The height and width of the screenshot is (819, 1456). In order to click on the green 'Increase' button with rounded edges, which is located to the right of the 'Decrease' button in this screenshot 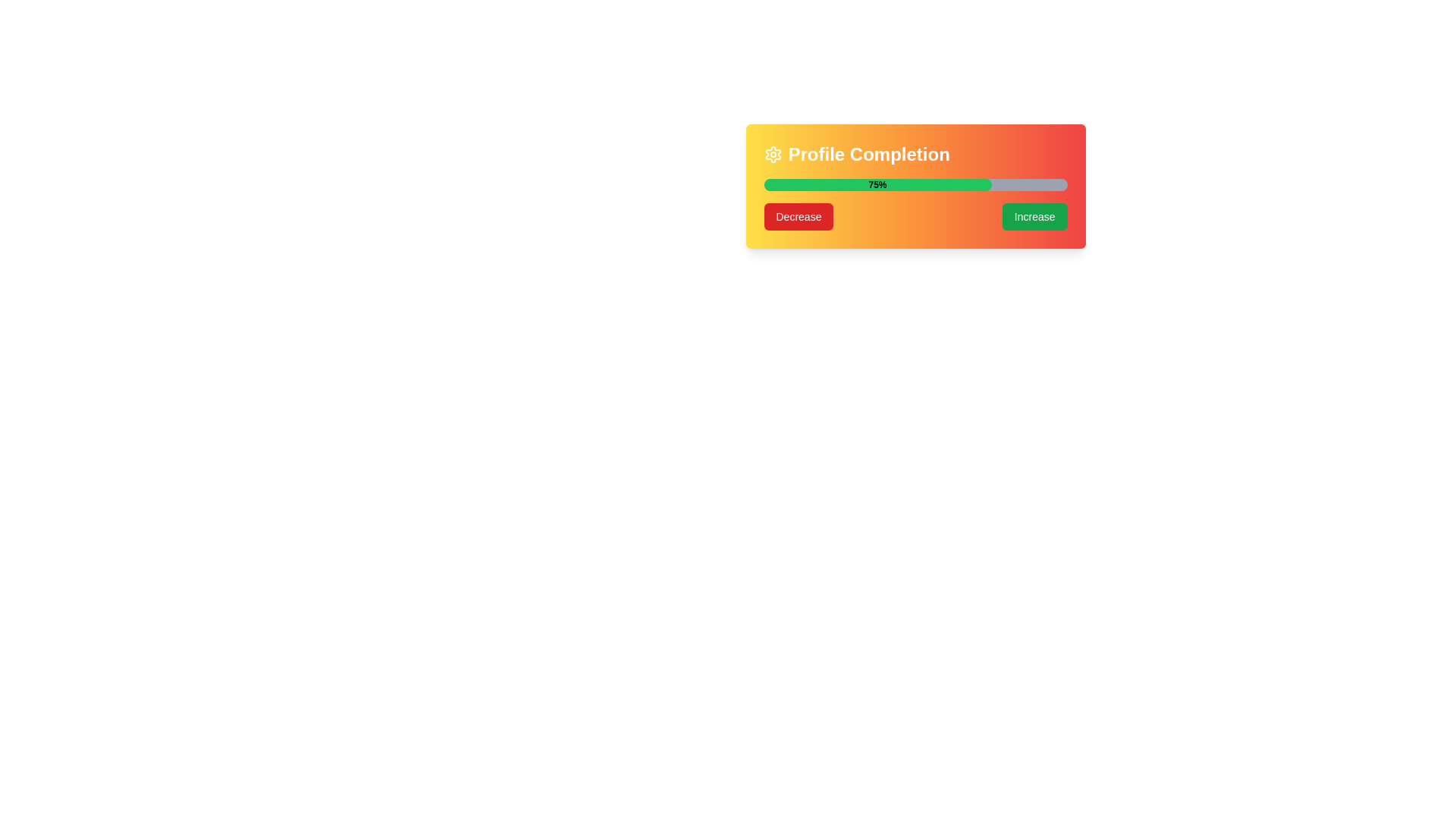, I will do `click(1034, 216)`.